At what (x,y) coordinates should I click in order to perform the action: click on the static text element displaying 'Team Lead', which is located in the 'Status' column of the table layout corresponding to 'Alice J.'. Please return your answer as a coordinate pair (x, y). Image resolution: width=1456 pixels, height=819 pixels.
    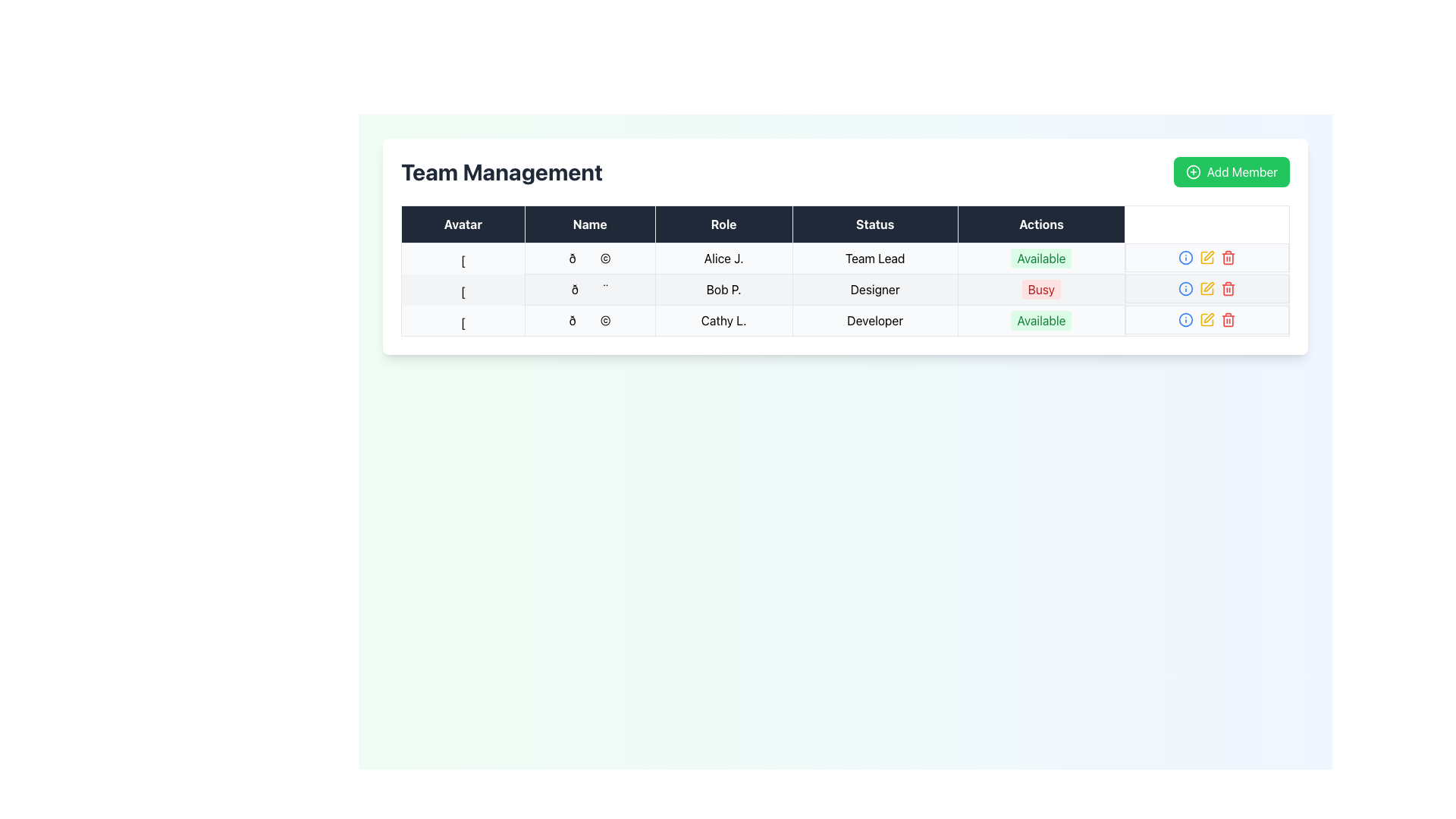
    Looking at the image, I should click on (875, 257).